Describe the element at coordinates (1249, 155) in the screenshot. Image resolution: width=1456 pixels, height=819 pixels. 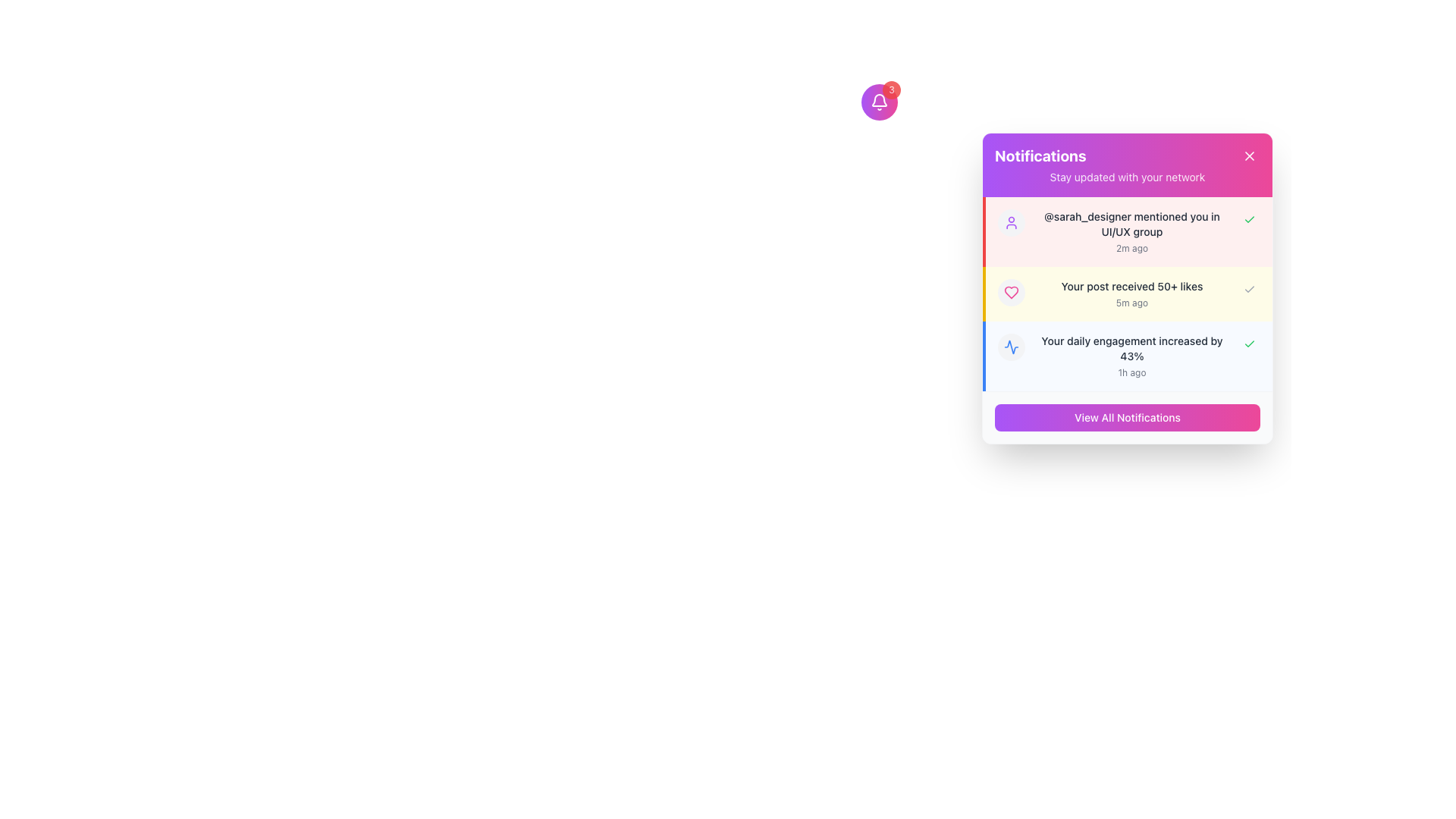
I see `the close button located at the top-right corner of the notification panel` at that location.